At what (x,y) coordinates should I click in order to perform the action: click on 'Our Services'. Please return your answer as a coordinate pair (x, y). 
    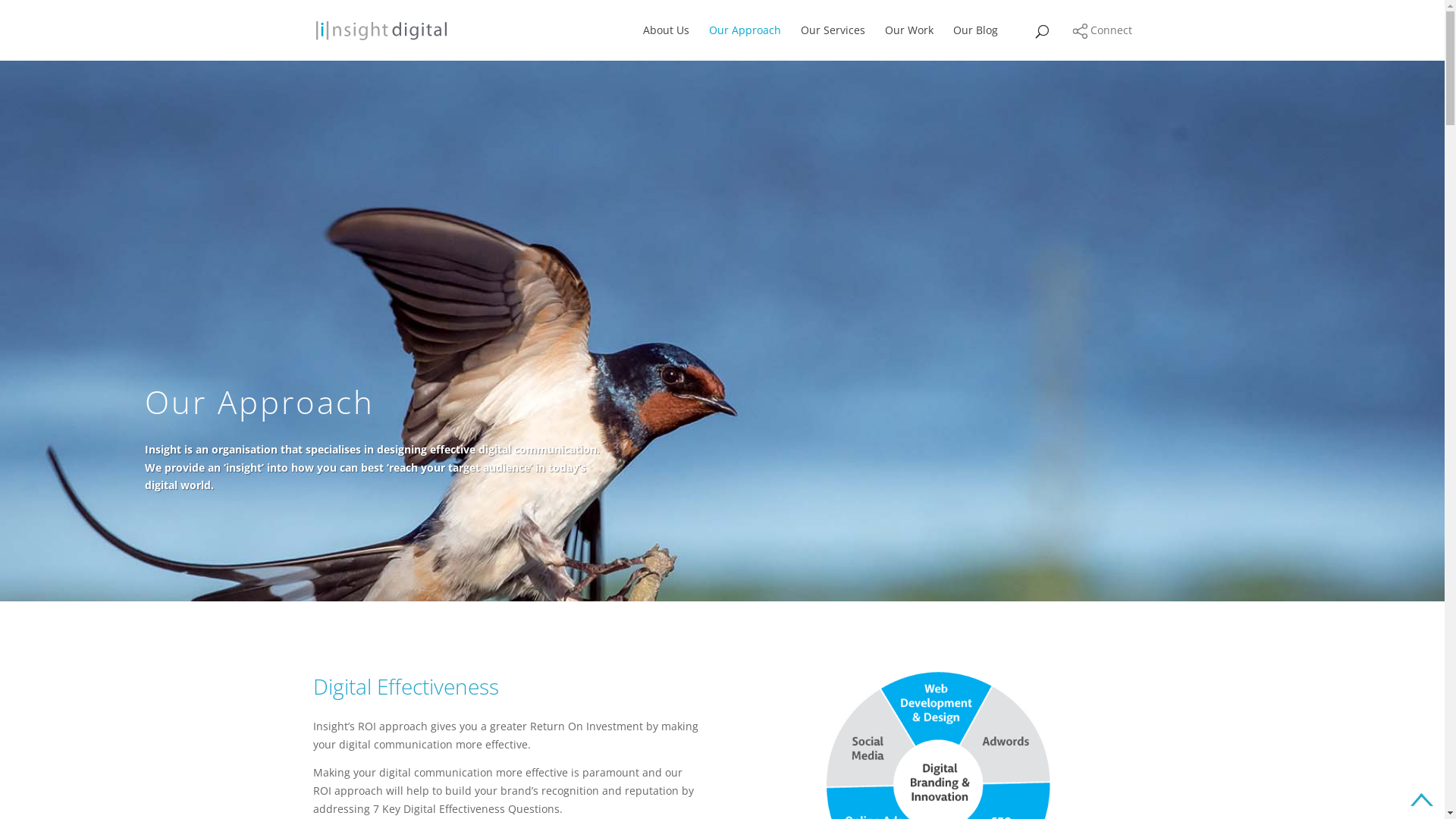
    Looking at the image, I should click on (832, 42).